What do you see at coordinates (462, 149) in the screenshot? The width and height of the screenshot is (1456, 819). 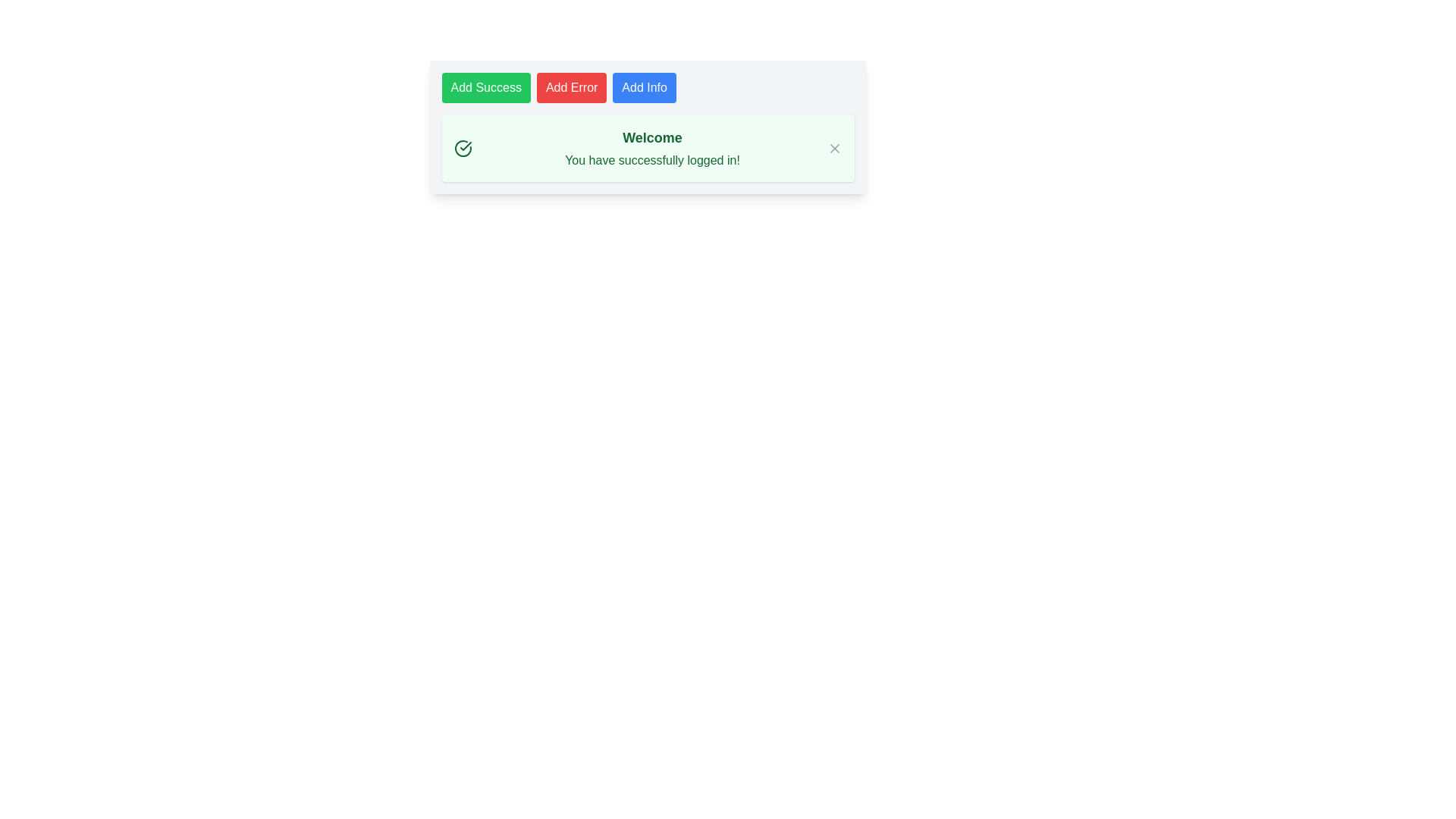 I see `the success confirmation icon located within the 'Welcome' notification, positioned to the left of the text 'You have successfully logged in!'` at bounding box center [462, 149].